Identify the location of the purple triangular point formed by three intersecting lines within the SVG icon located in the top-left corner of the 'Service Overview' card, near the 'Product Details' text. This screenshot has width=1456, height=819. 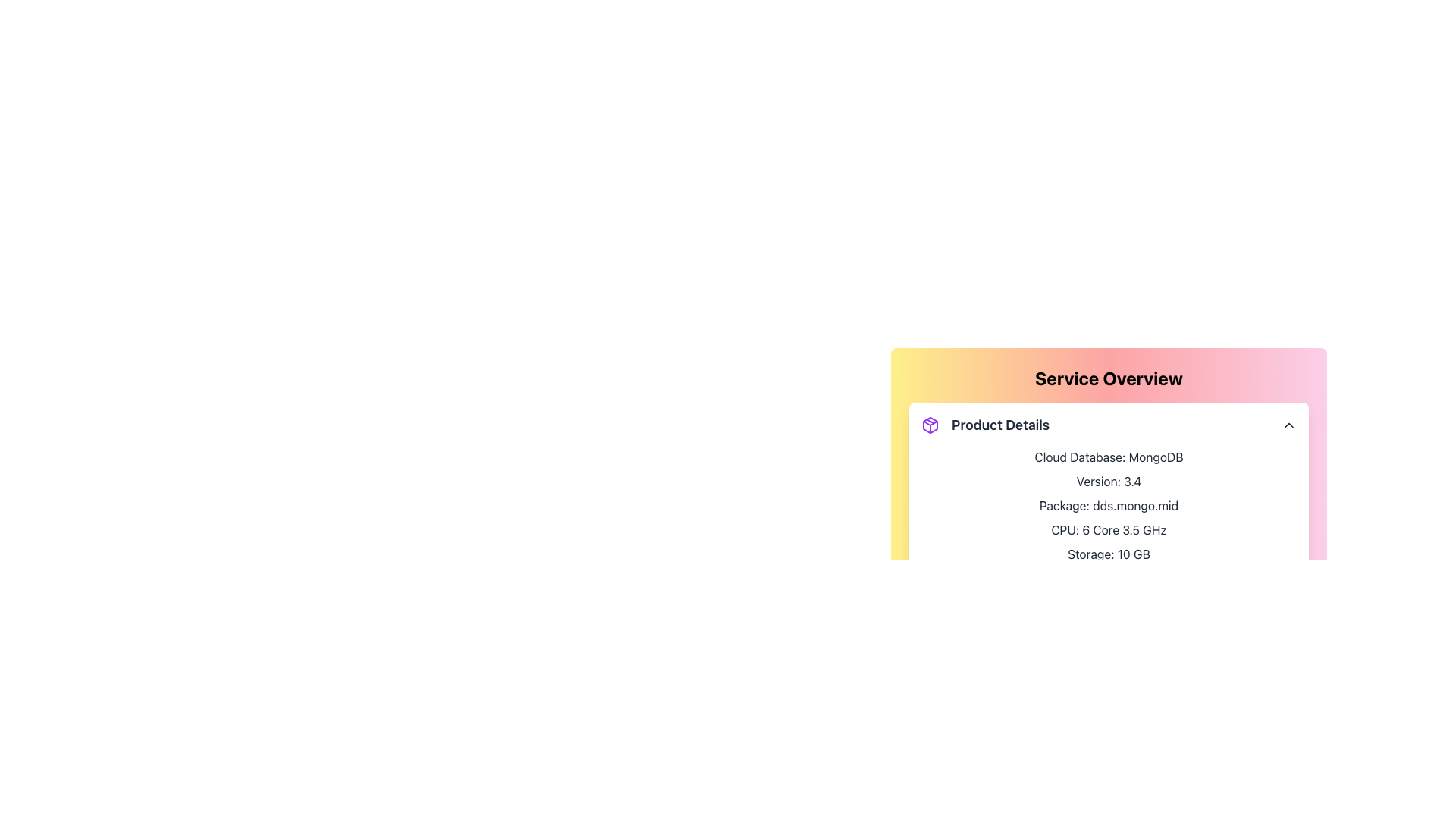
(930, 423).